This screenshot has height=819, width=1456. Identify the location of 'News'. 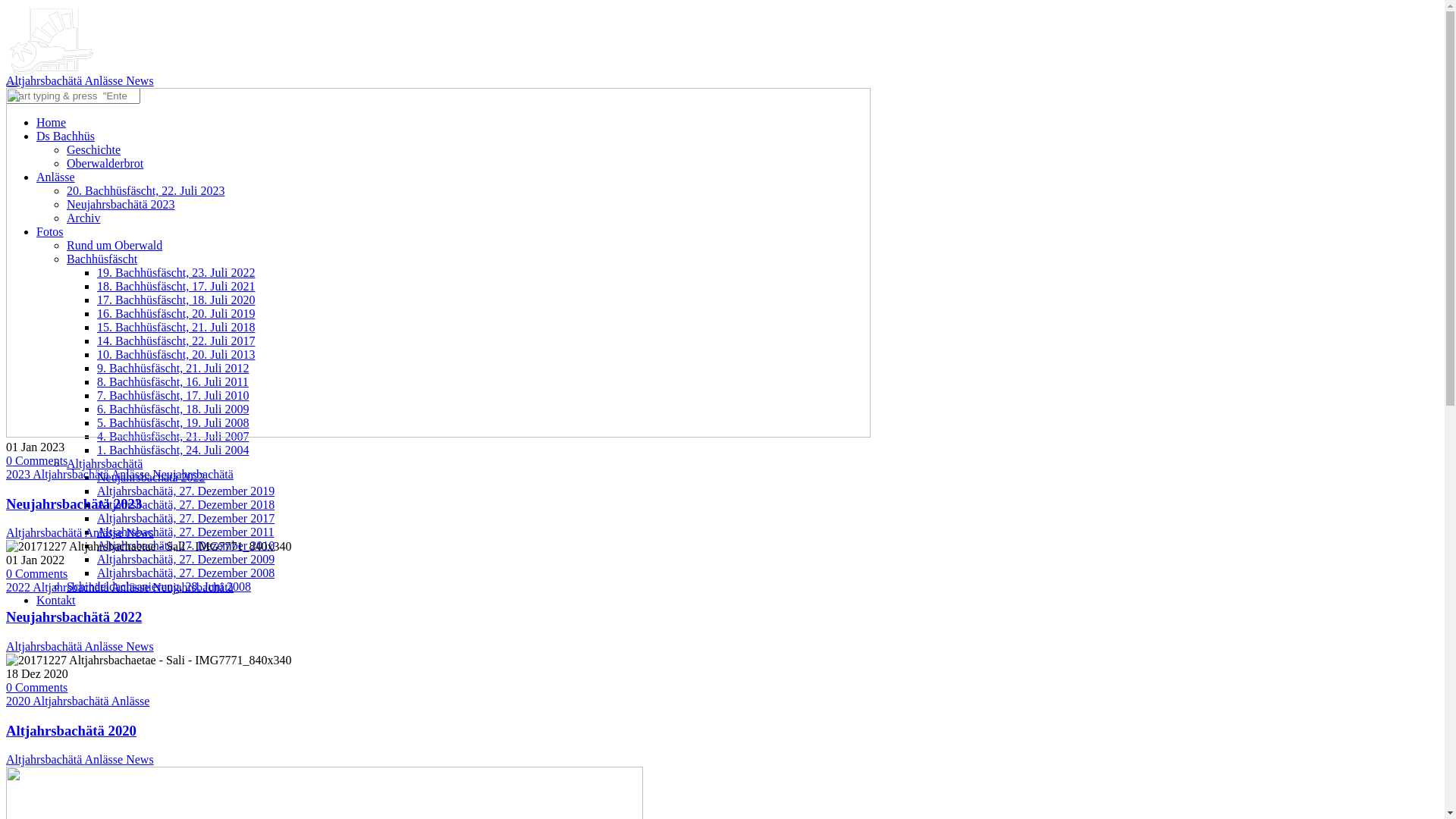
(126, 646).